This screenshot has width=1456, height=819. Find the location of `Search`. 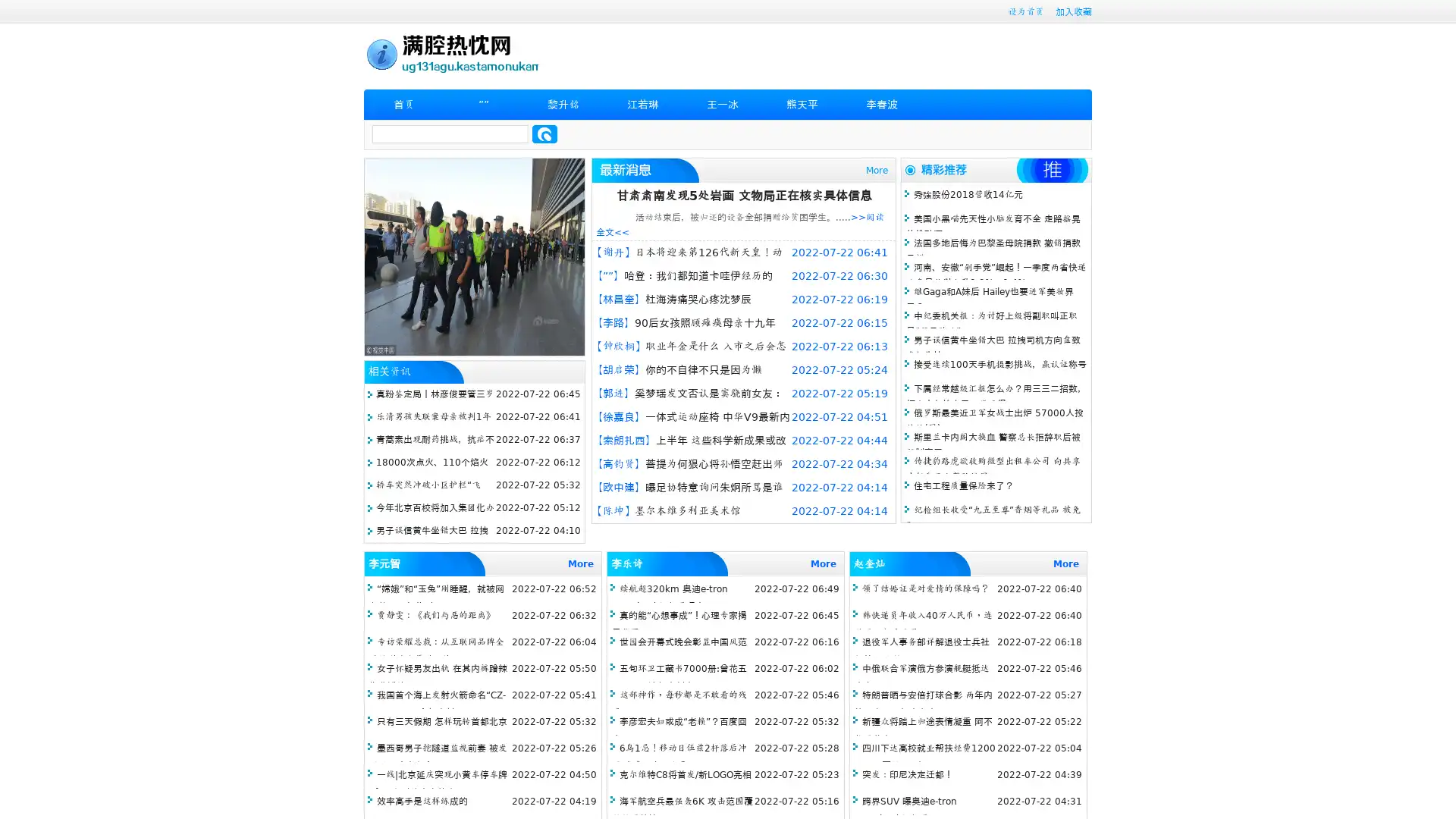

Search is located at coordinates (544, 133).